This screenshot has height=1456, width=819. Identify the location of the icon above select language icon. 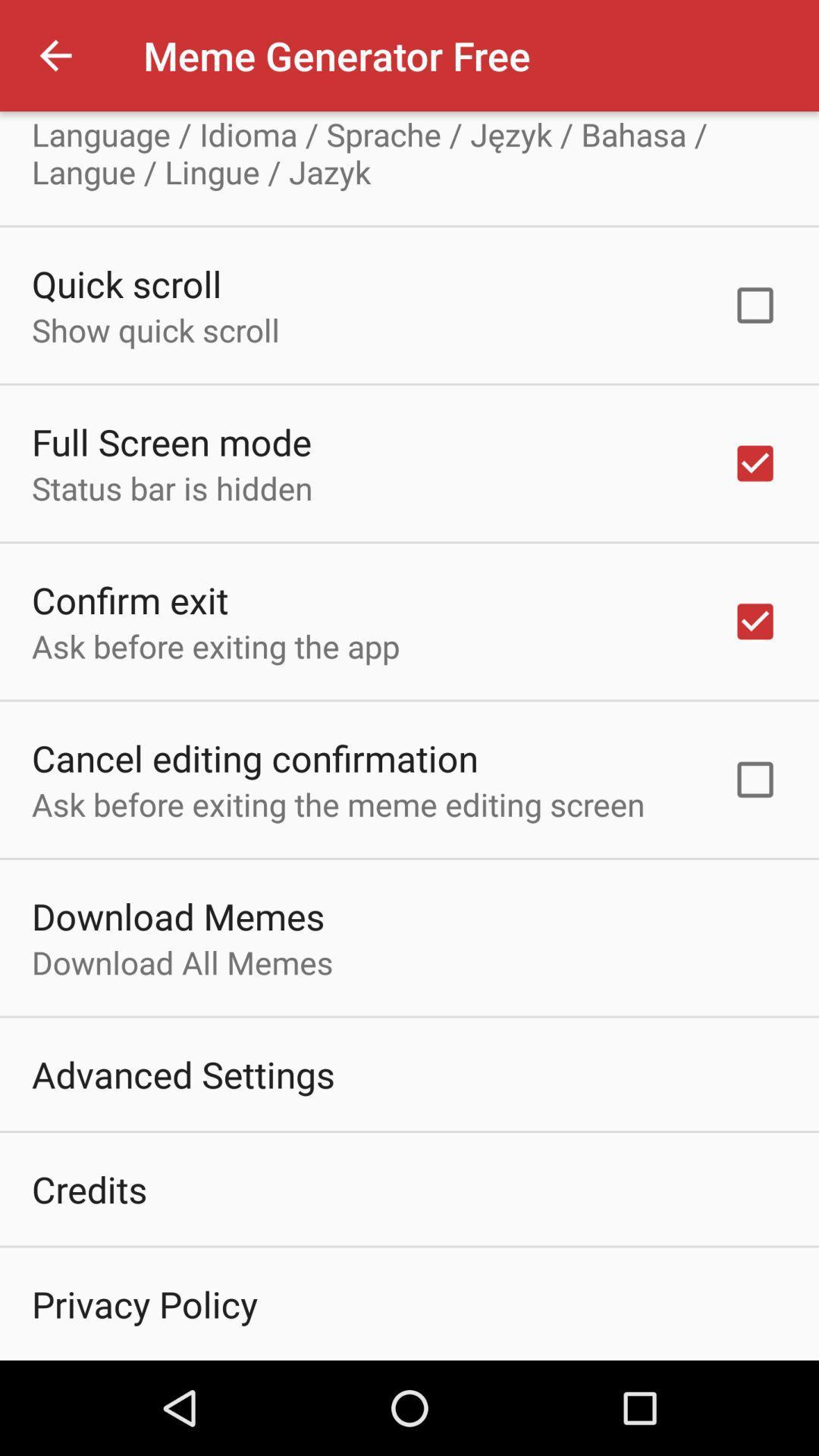
(55, 55).